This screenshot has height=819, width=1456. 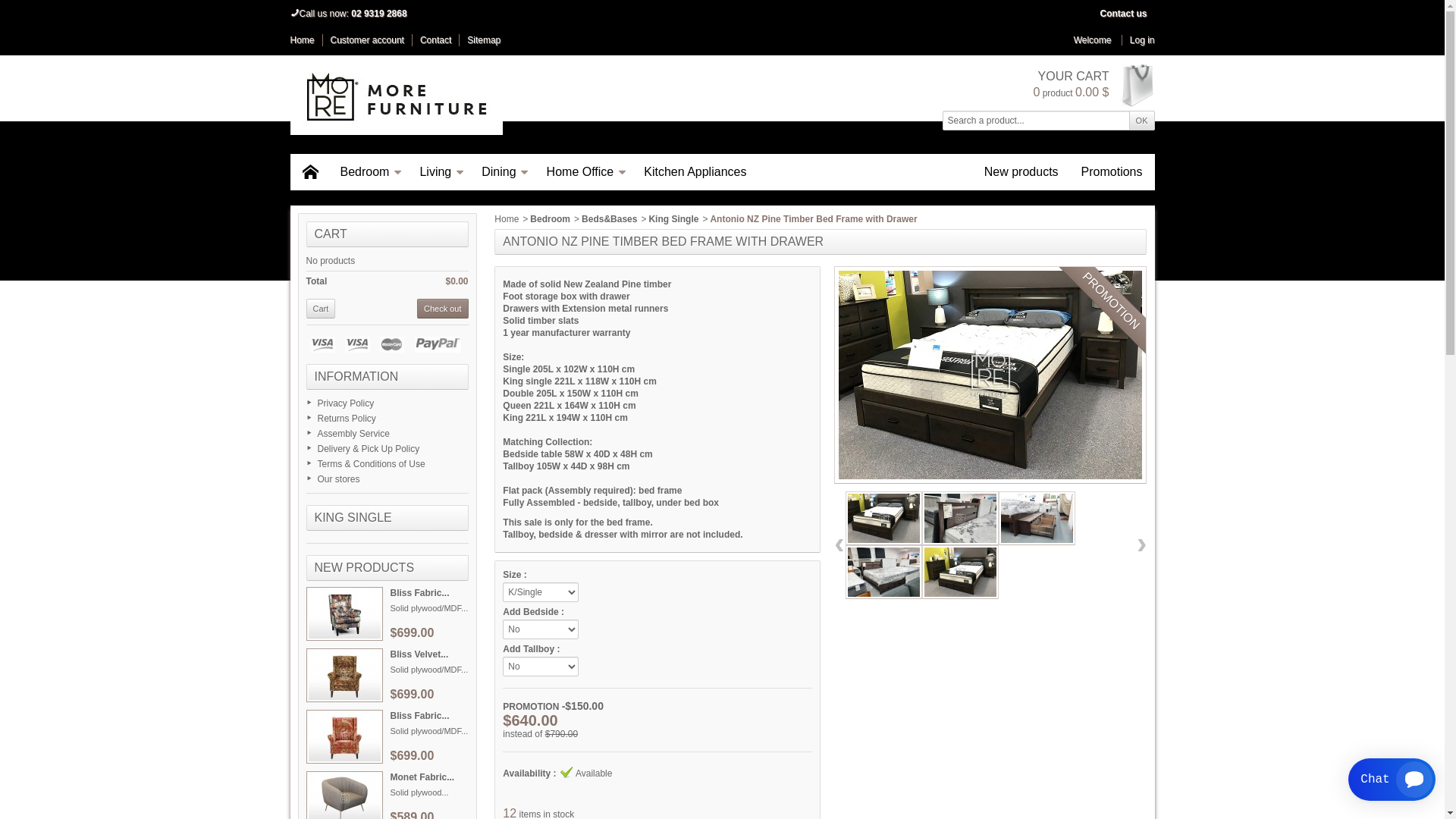 I want to click on 'Our stores', so click(x=337, y=479).